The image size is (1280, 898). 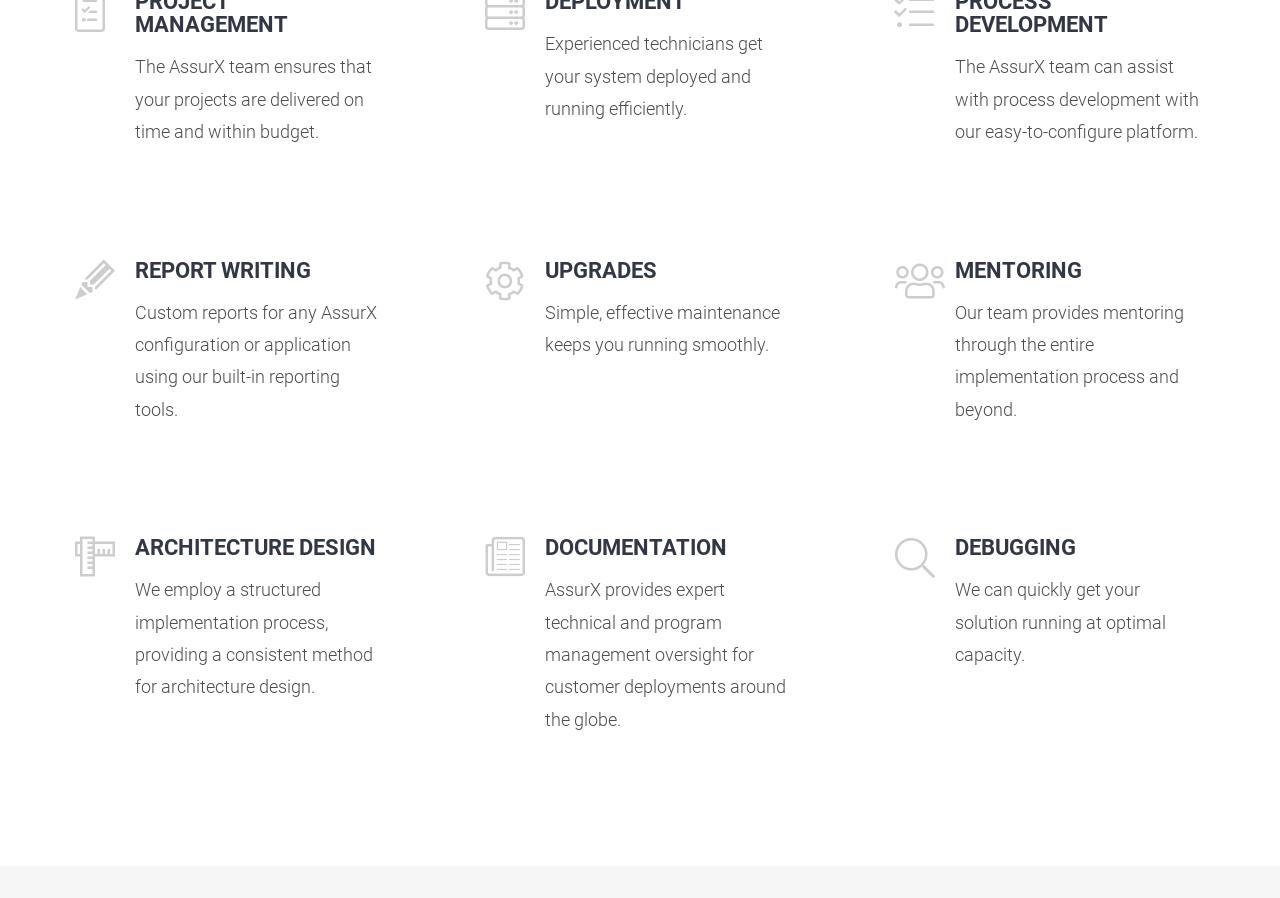 I want to click on 'The AssurX team ensures that your projects are delivered on time and within budget.', so click(x=251, y=97).